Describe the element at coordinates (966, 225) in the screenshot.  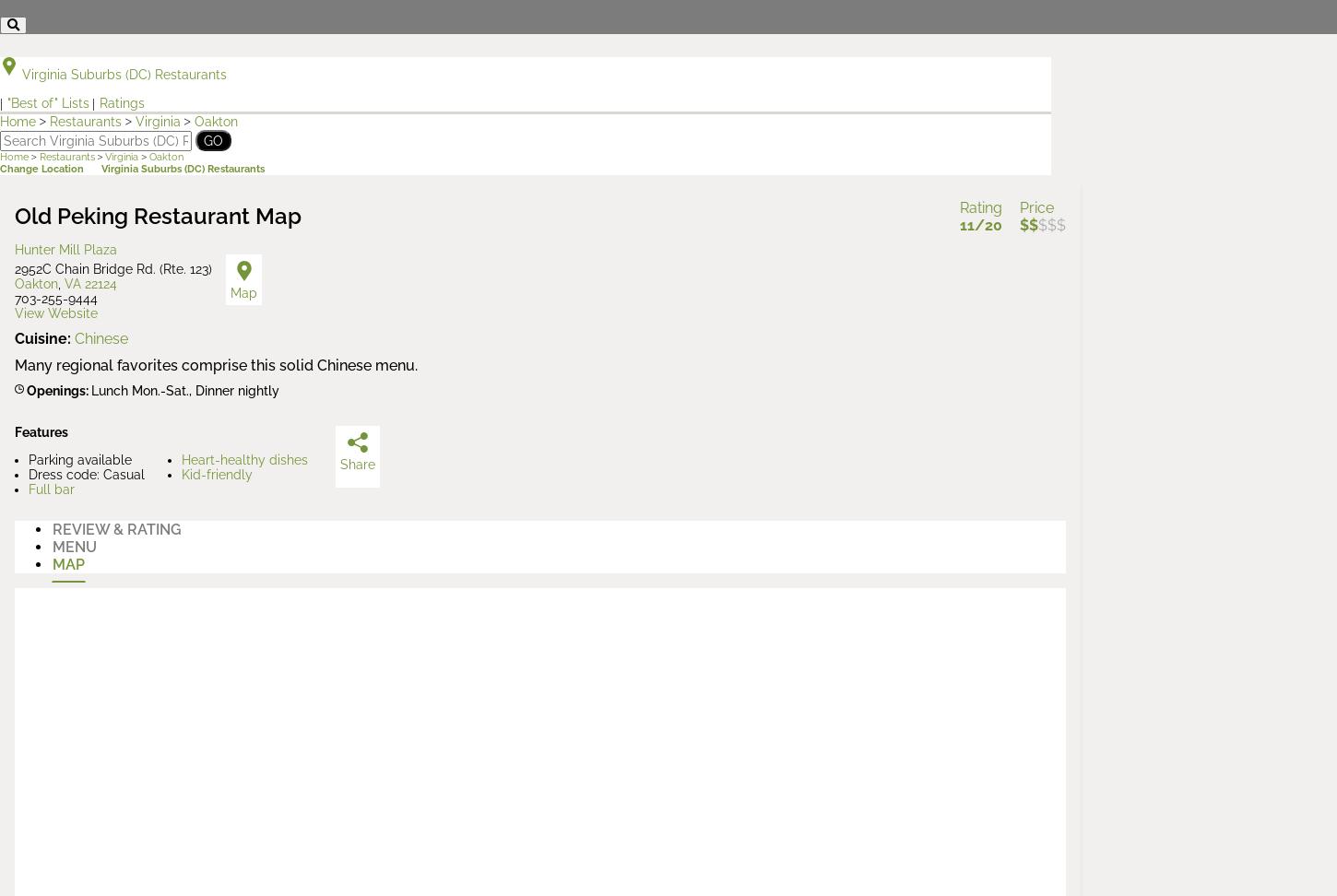
I see `'11'` at that location.